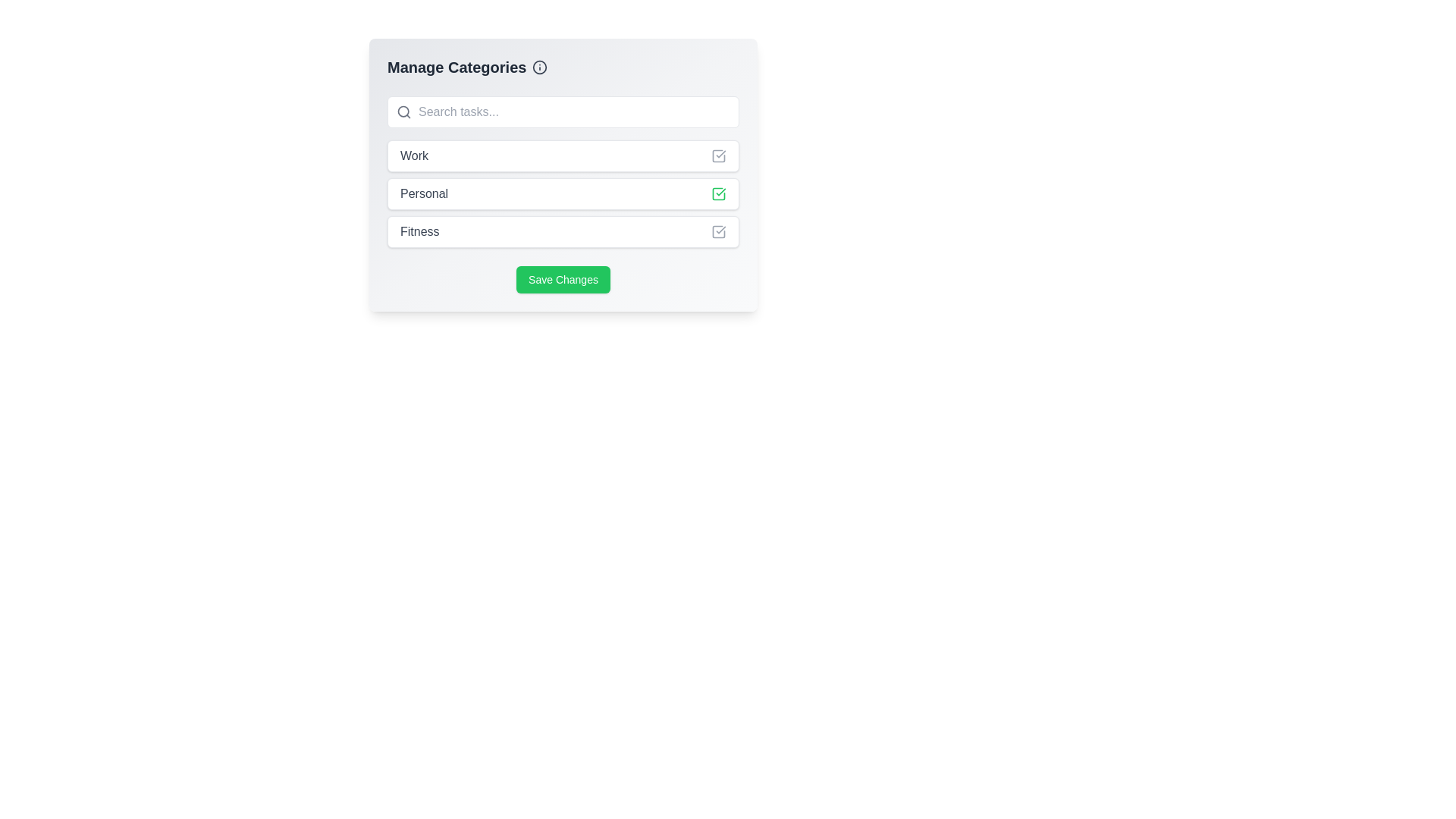  What do you see at coordinates (563, 155) in the screenshot?
I see `the first button in the 'Manage Categories' section that allows interaction with the 'Work' category` at bounding box center [563, 155].